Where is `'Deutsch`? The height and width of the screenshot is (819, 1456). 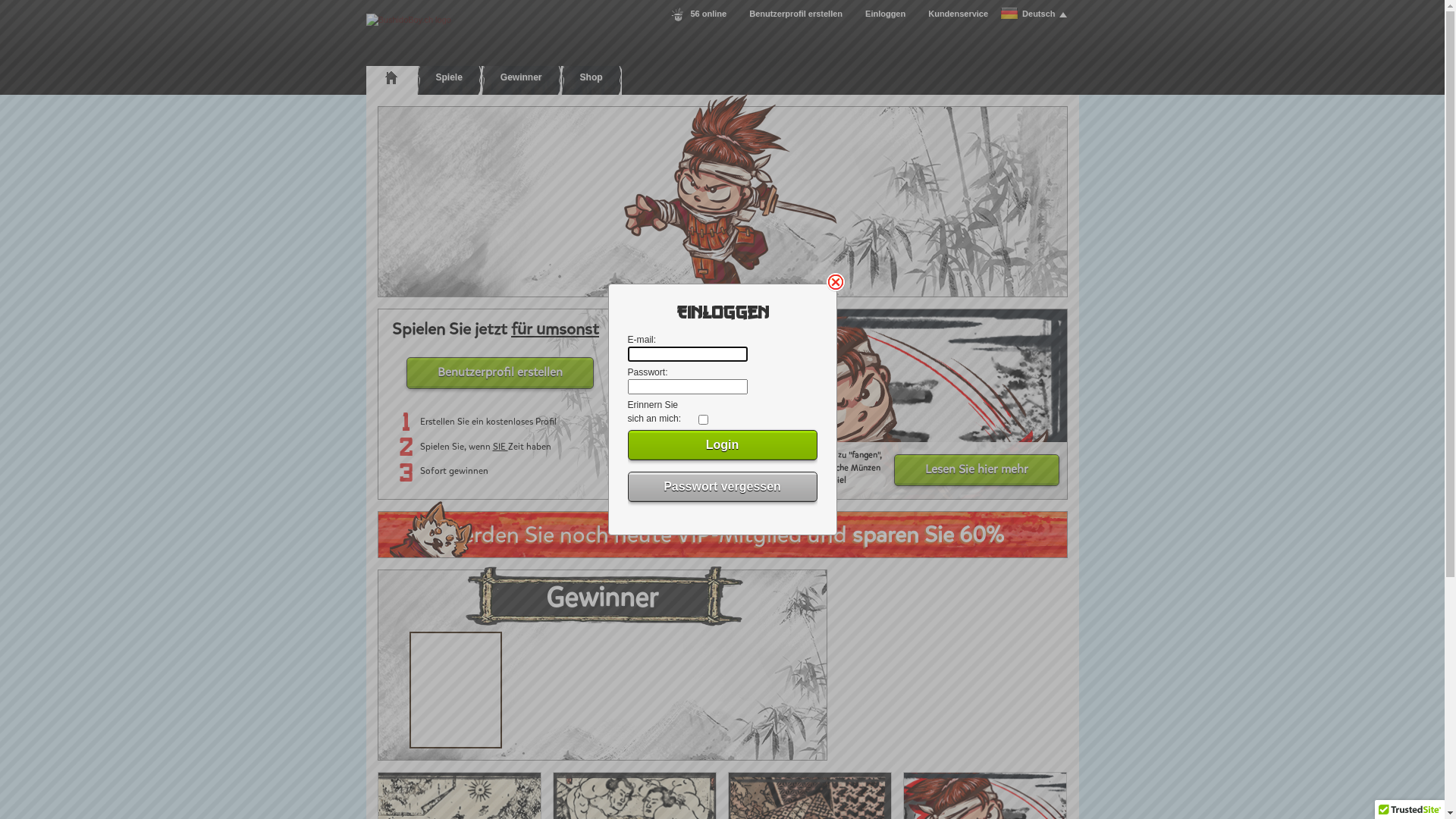
'Deutsch is located at coordinates (1032, 14).